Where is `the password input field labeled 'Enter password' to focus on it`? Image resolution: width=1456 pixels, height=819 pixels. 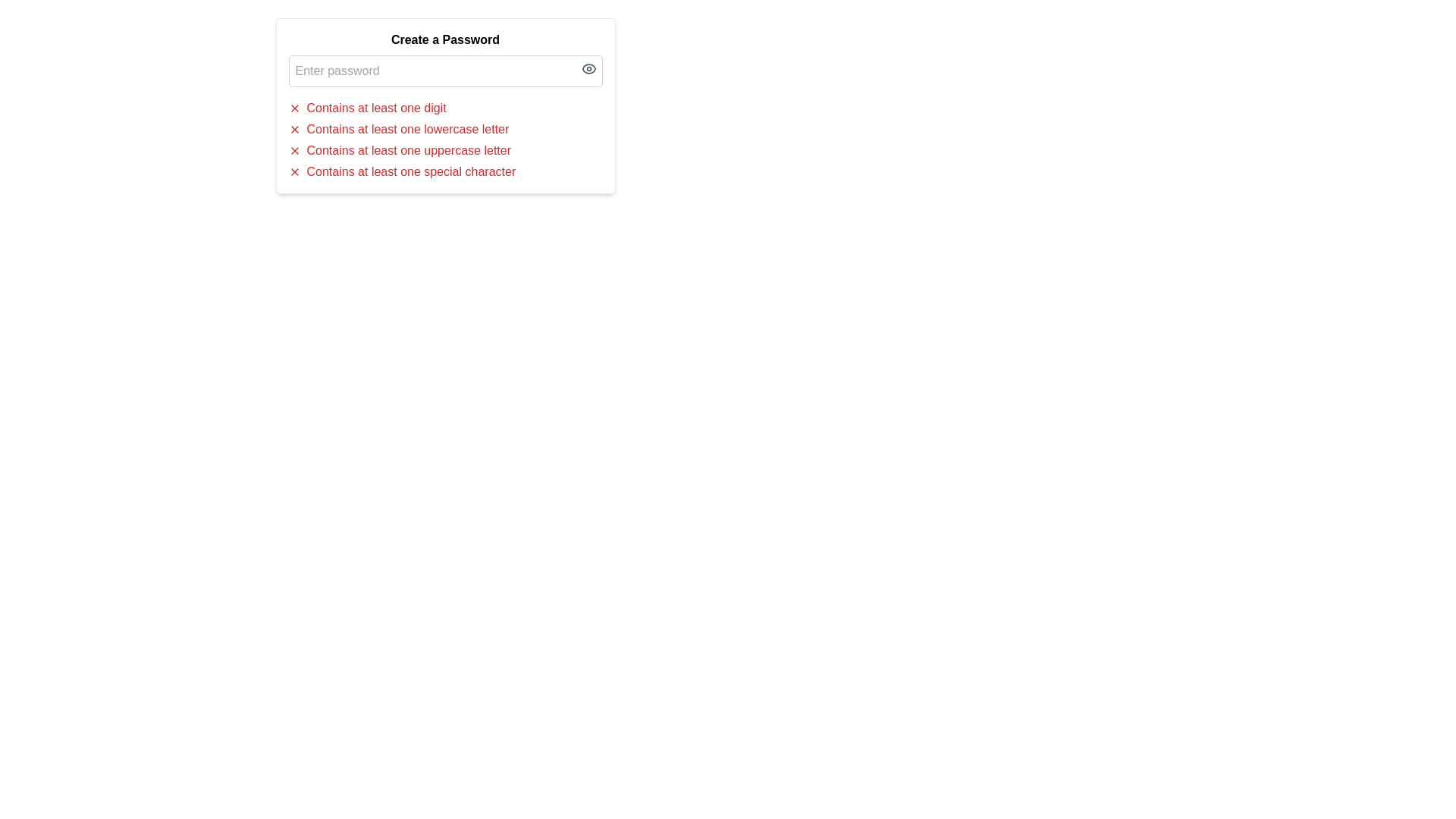
the password input field labeled 'Enter password' to focus on it is located at coordinates (444, 71).